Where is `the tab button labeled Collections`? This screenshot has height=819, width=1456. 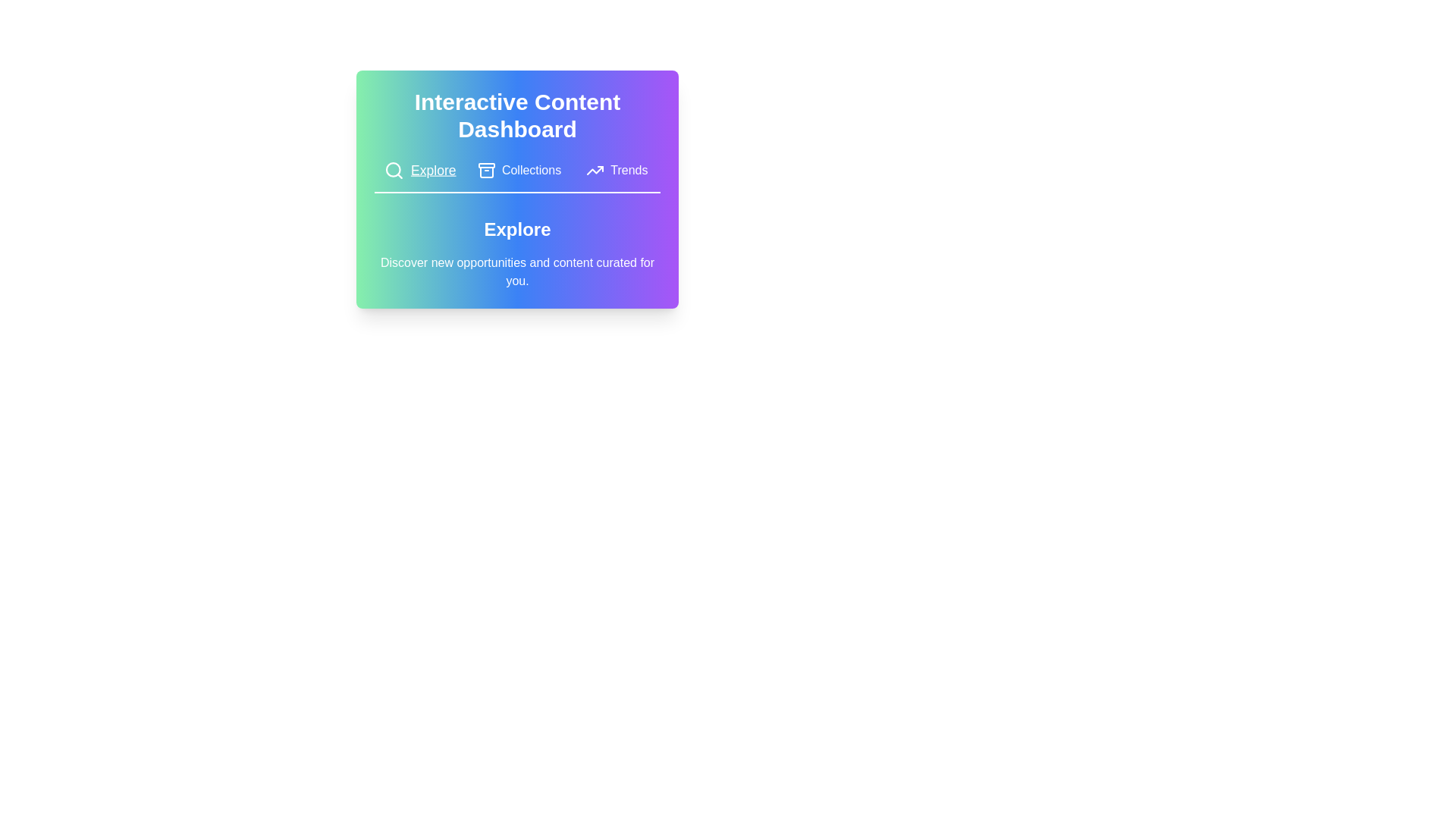 the tab button labeled Collections is located at coordinates (519, 170).